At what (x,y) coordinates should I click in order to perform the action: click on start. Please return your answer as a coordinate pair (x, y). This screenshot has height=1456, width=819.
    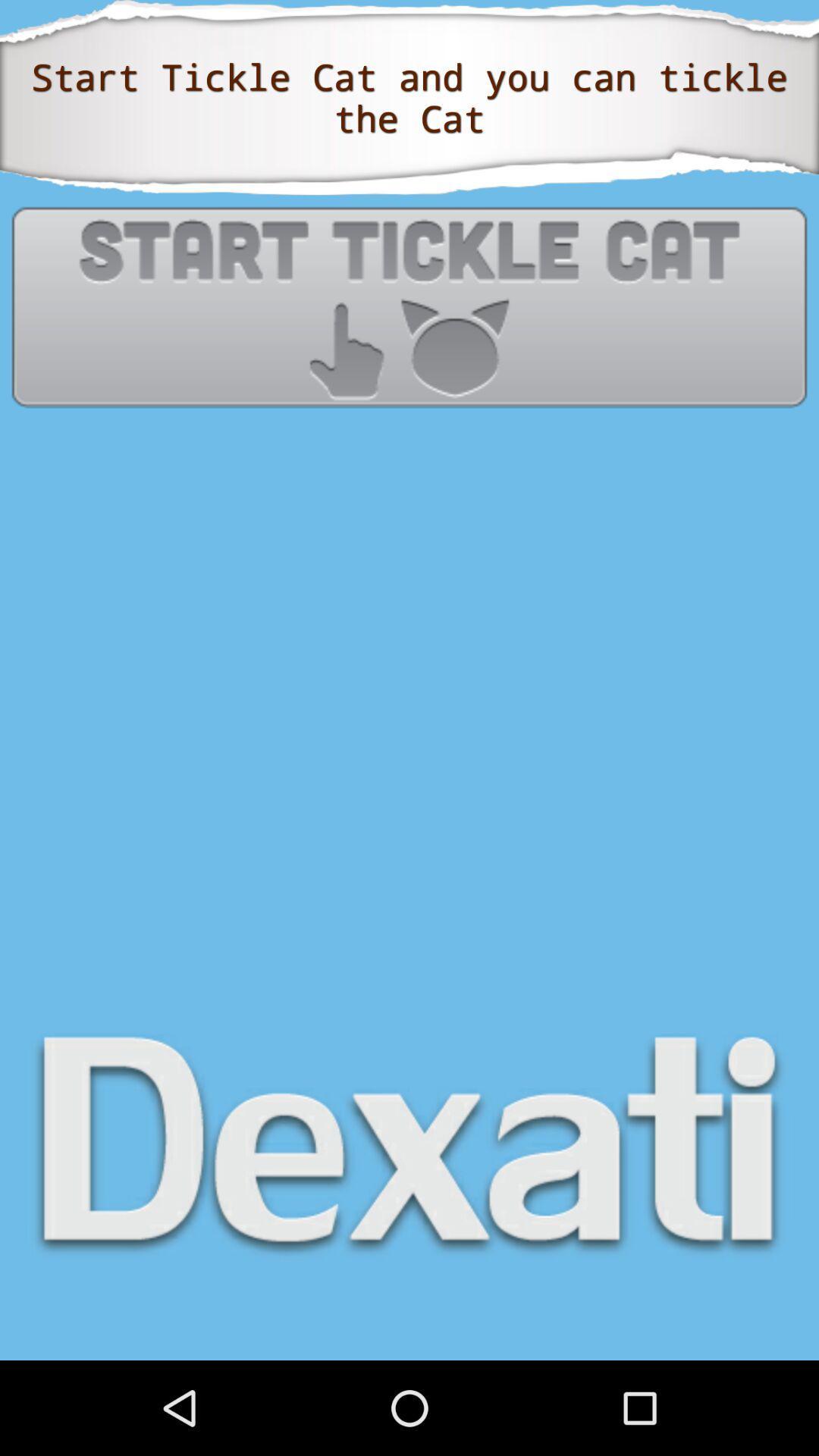
    Looking at the image, I should click on (409, 306).